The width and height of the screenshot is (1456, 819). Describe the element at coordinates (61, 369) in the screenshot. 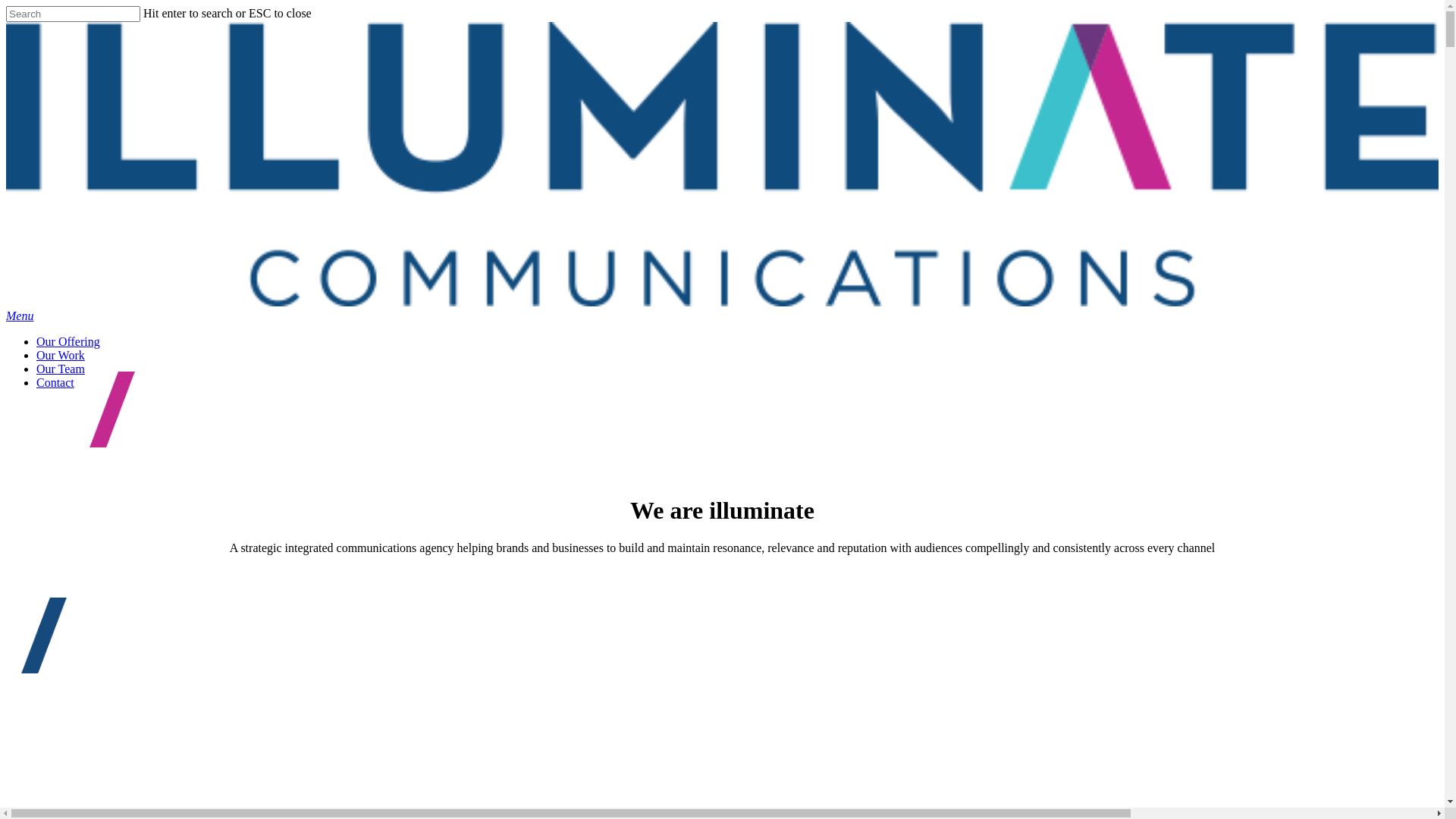

I see `'Our Team'` at that location.